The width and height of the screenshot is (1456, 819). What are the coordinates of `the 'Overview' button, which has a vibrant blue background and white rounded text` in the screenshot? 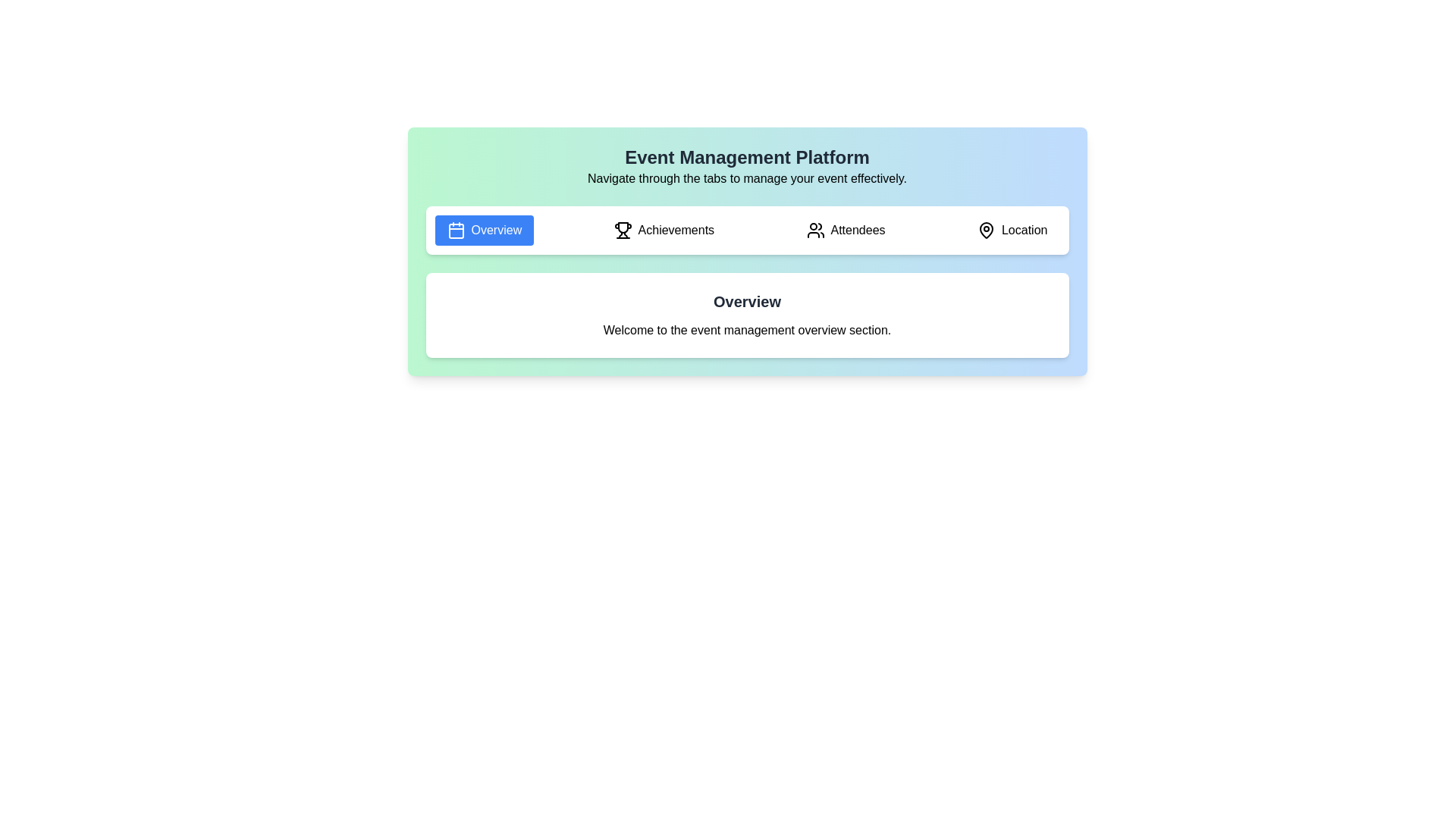 It's located at (483, 231).